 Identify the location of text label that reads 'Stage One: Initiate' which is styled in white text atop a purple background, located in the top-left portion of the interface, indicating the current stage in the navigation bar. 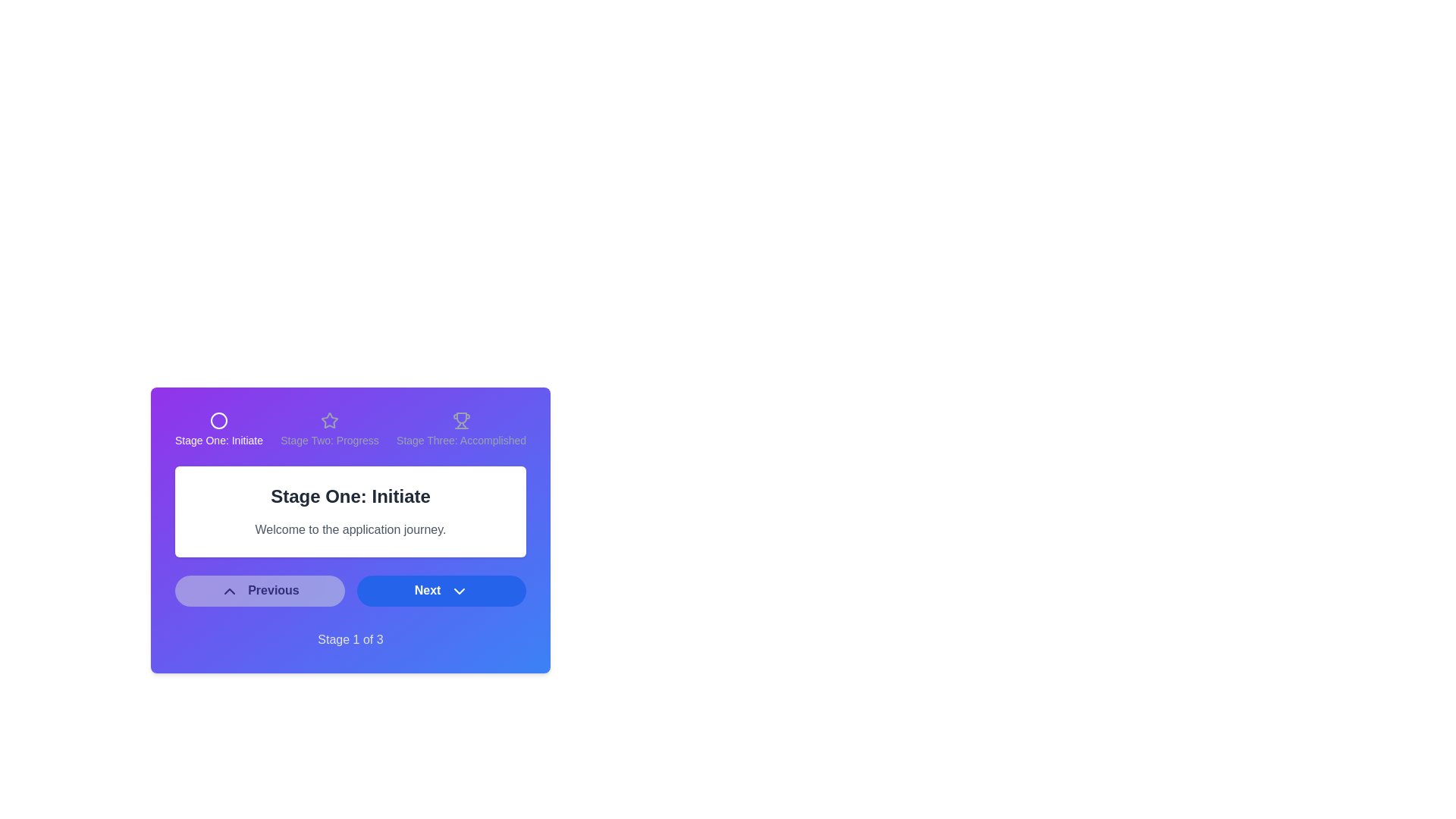
(218, 441).